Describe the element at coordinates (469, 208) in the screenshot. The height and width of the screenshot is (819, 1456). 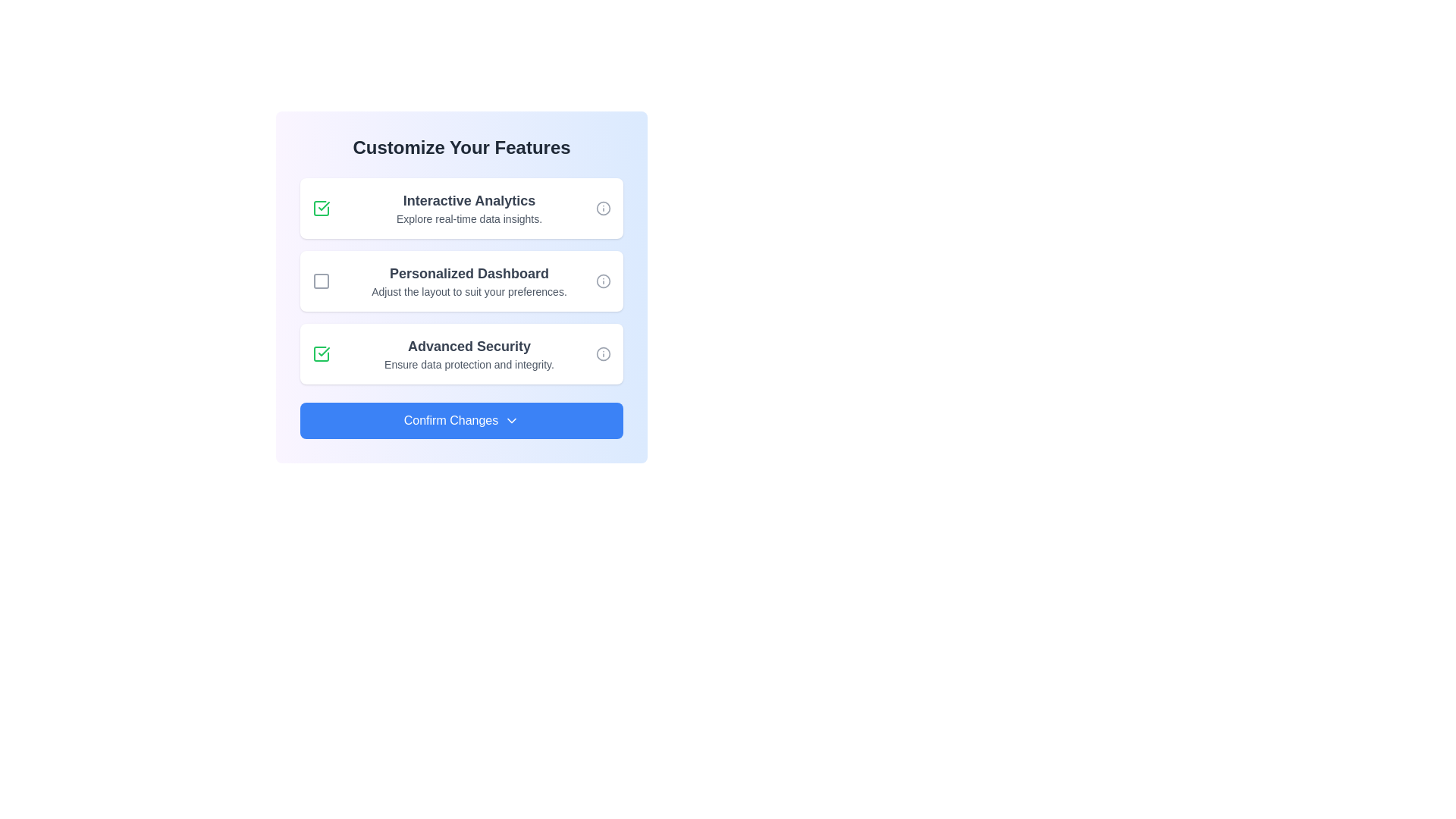
I see `the Text display component that provides a description of the 'Interactive Analytics' feature, located in the first row of the features list within a white box, following a checkbox and preceding an information icon` at that location.